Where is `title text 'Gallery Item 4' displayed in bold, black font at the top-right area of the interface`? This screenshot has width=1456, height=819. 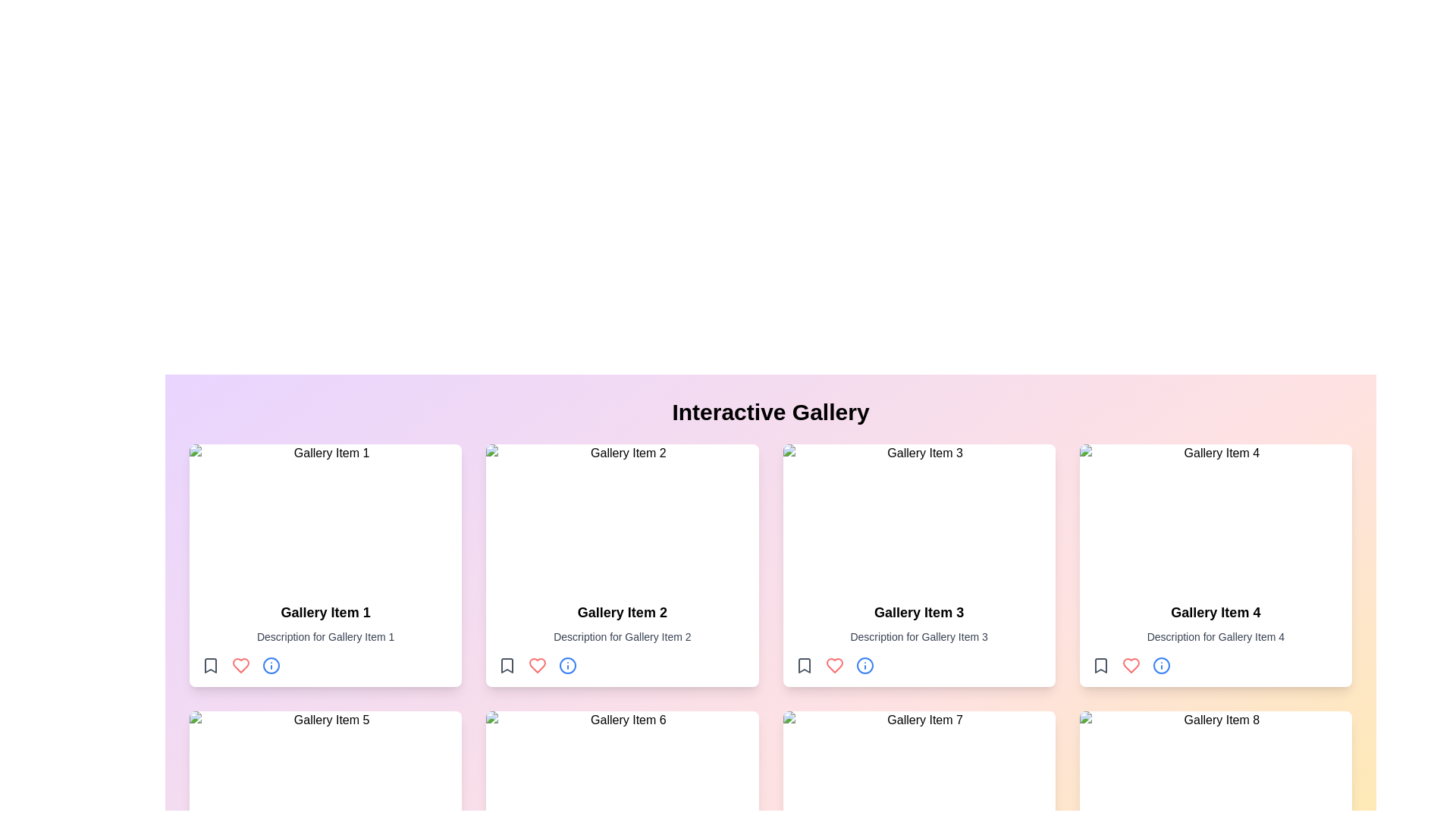
title text 'Gallery Item 4' displayed in bold, black font at the top-right area of the interface is located at coordinates (1216, 611).